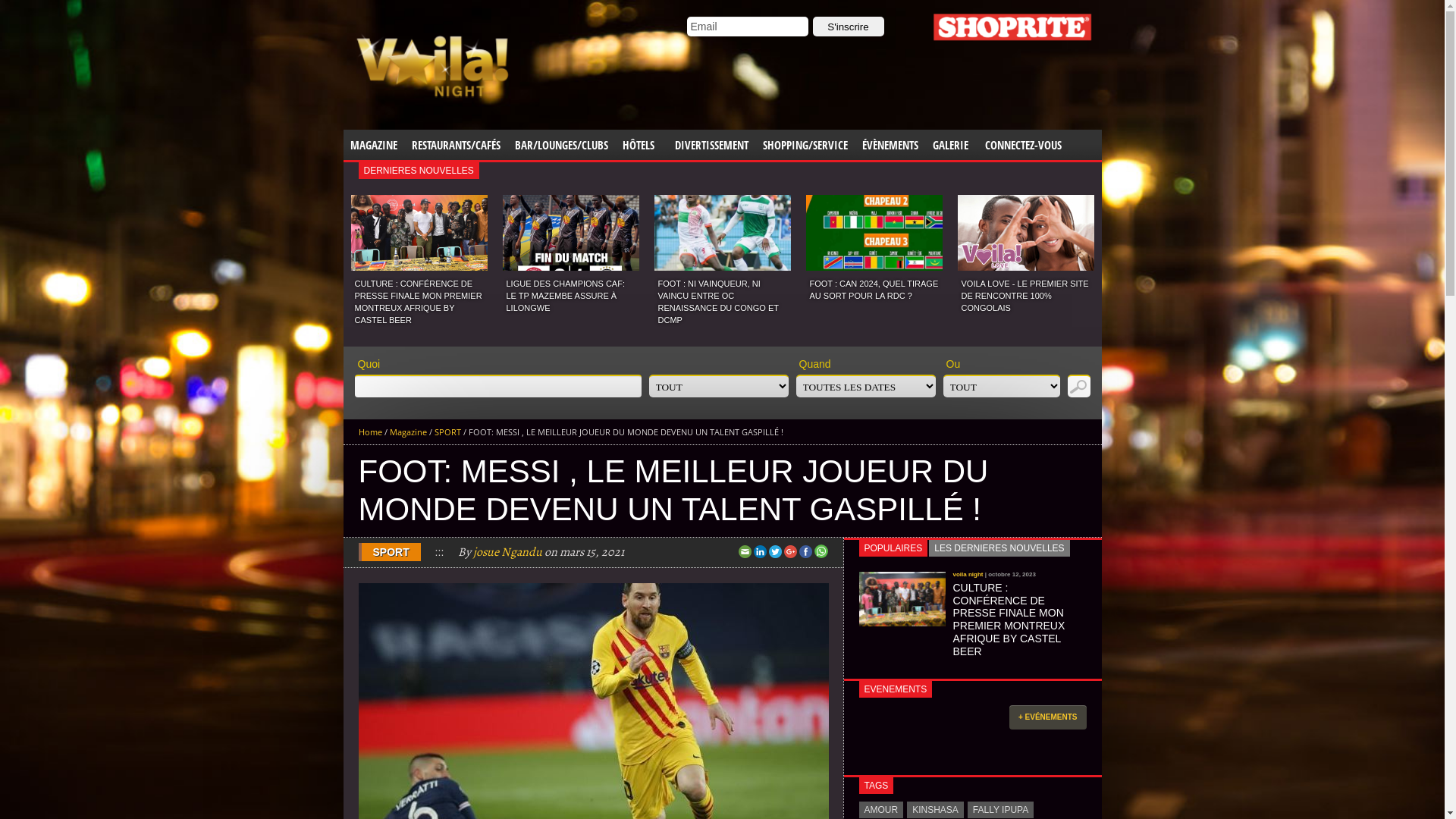  Describe the element at coordinates (927, 548) in the screenshot. I see `'LES DERNIERES NOUVELLES'` at that location.